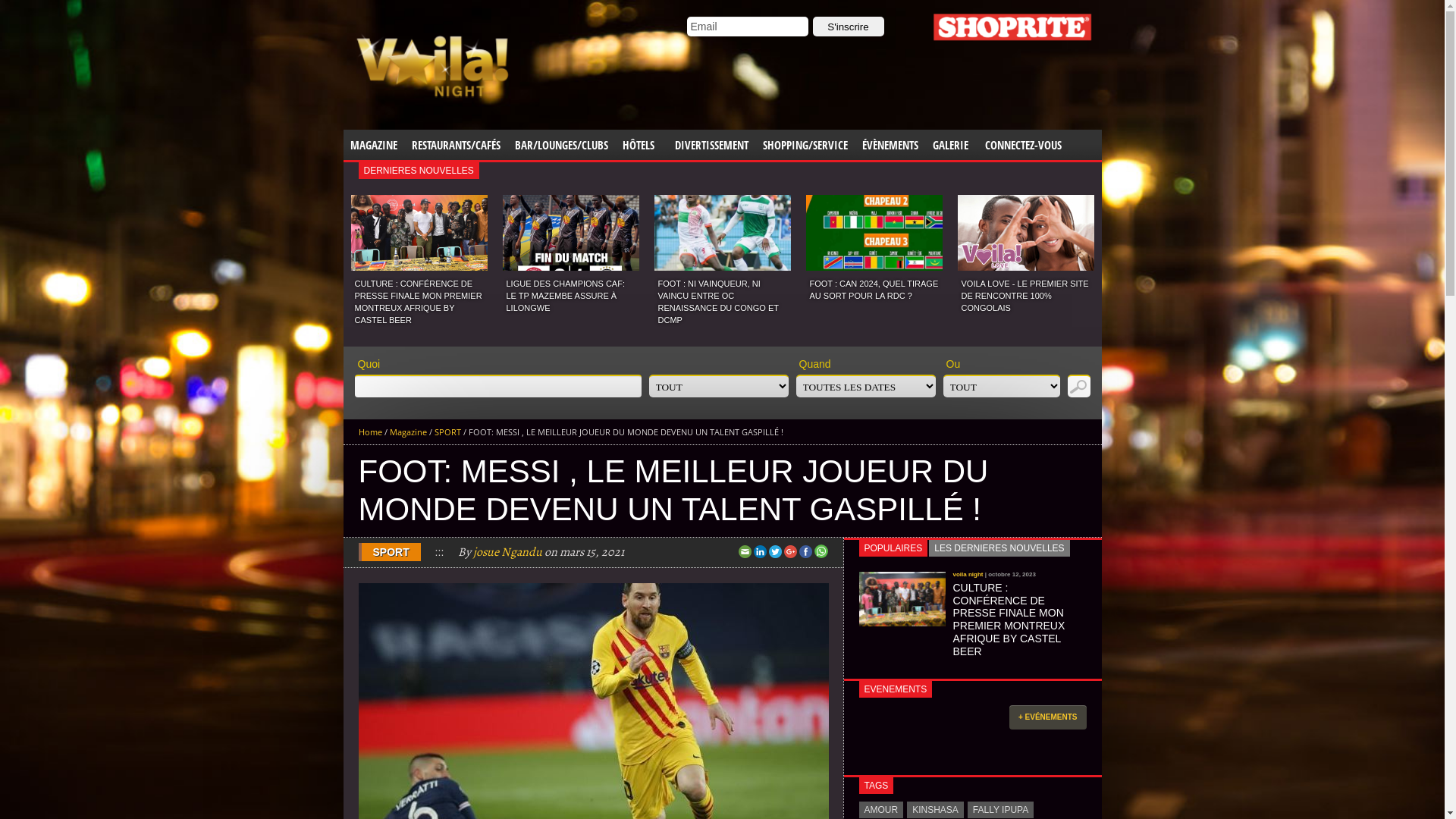  Describe the element at coordinates (927, 548) in the screenshot. I see `'LES DERNIERES NOUVELLES'` at that location.